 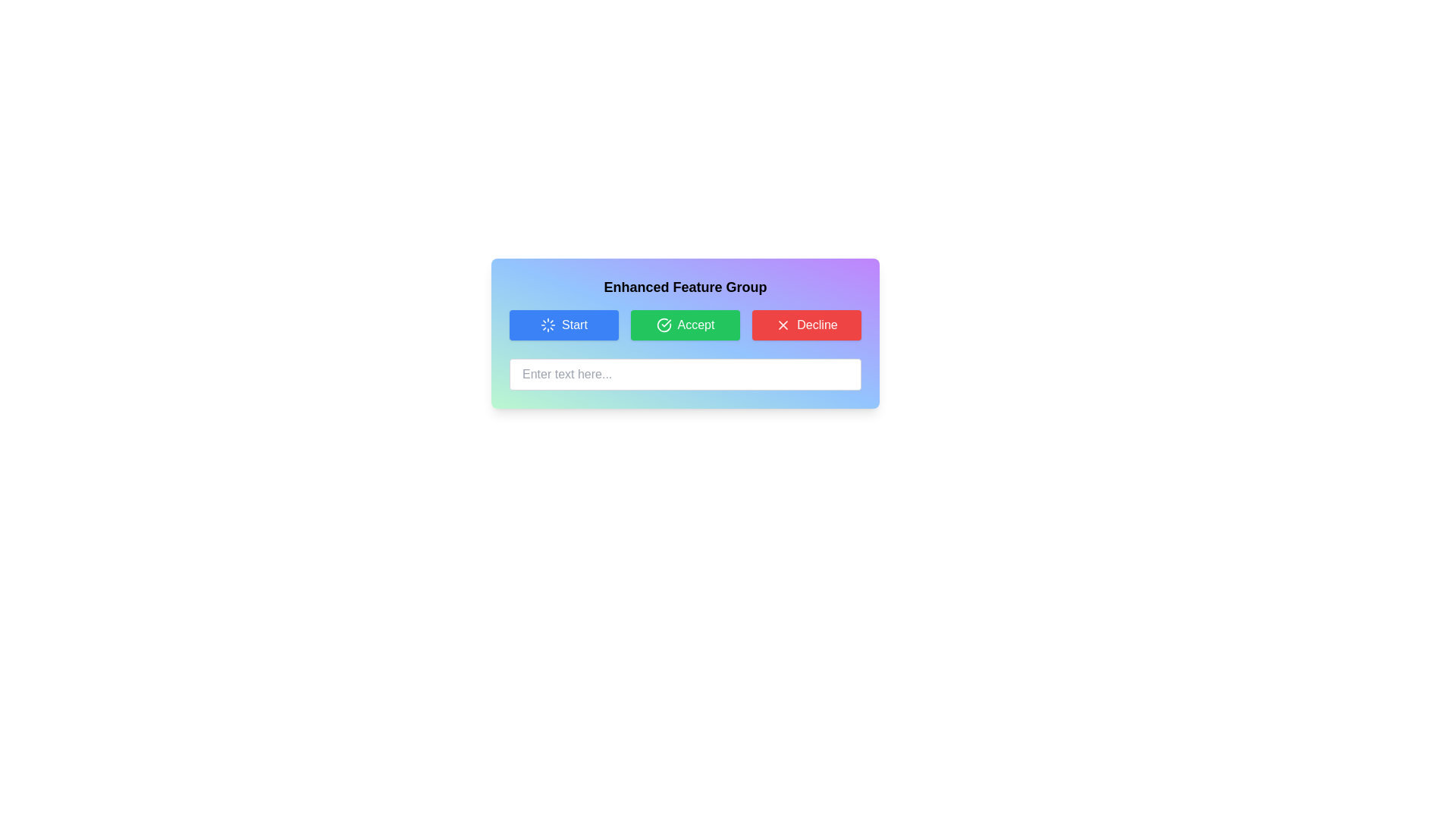 What do you see at coordinates (684, 324) in the screenshot?
I see `the middle button in the row of three buttons` at bounding box center [684, 324].